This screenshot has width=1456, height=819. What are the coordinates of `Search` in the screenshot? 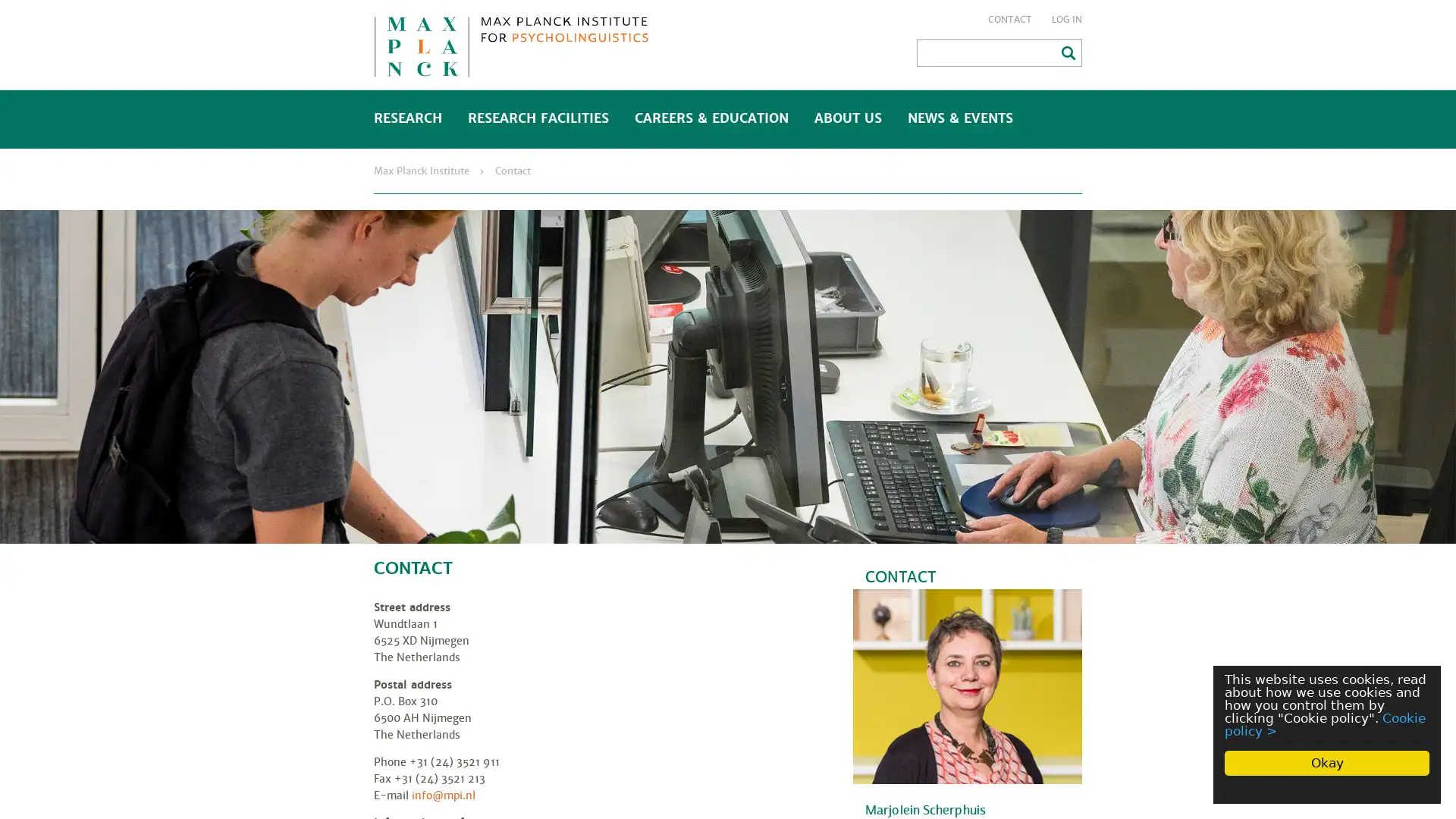 It's located at (1065, 52).